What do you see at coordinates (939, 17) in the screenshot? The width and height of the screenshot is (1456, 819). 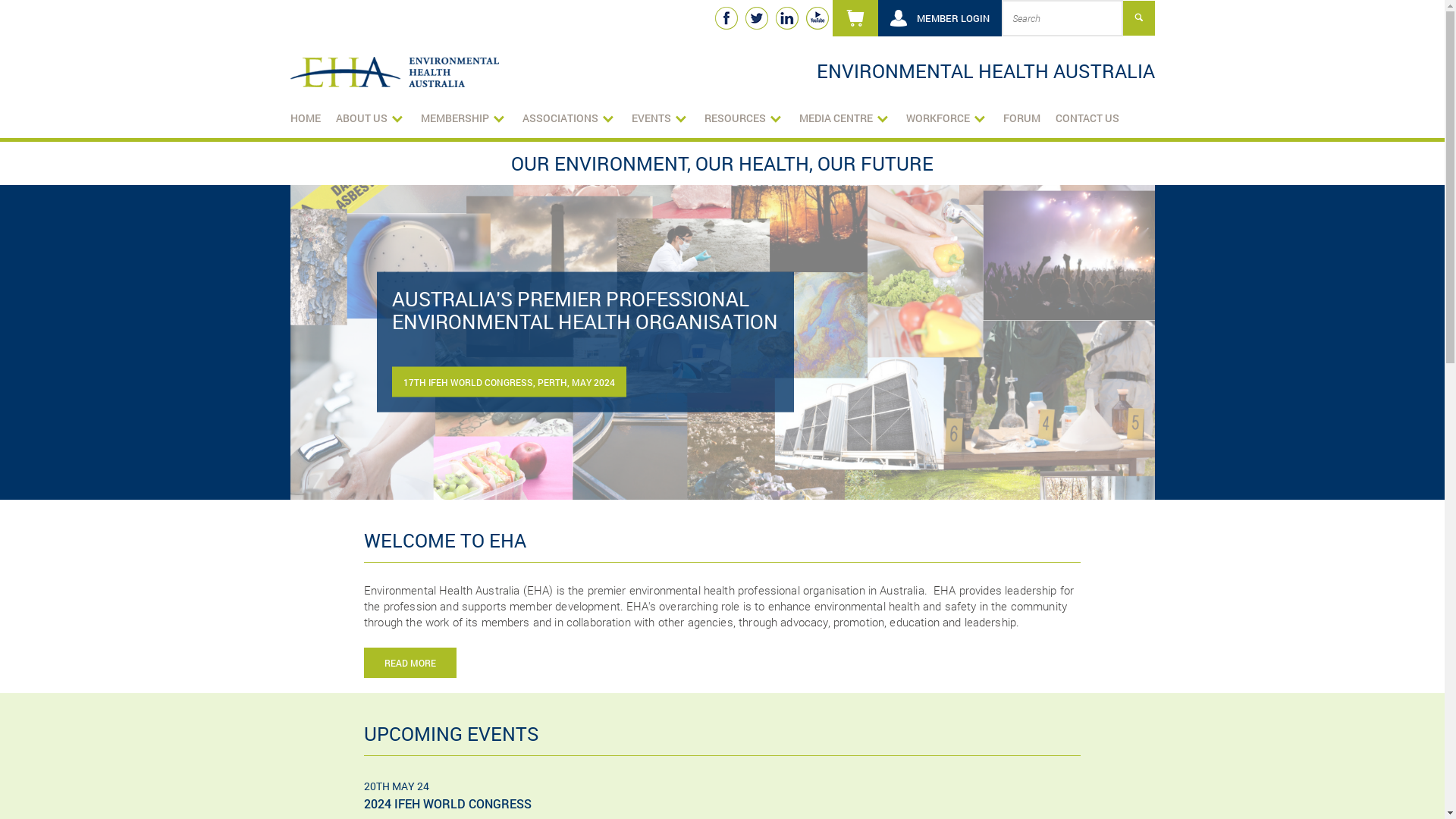 I see `'MEMBER LOGIN'` at bounding box center [939, 17].